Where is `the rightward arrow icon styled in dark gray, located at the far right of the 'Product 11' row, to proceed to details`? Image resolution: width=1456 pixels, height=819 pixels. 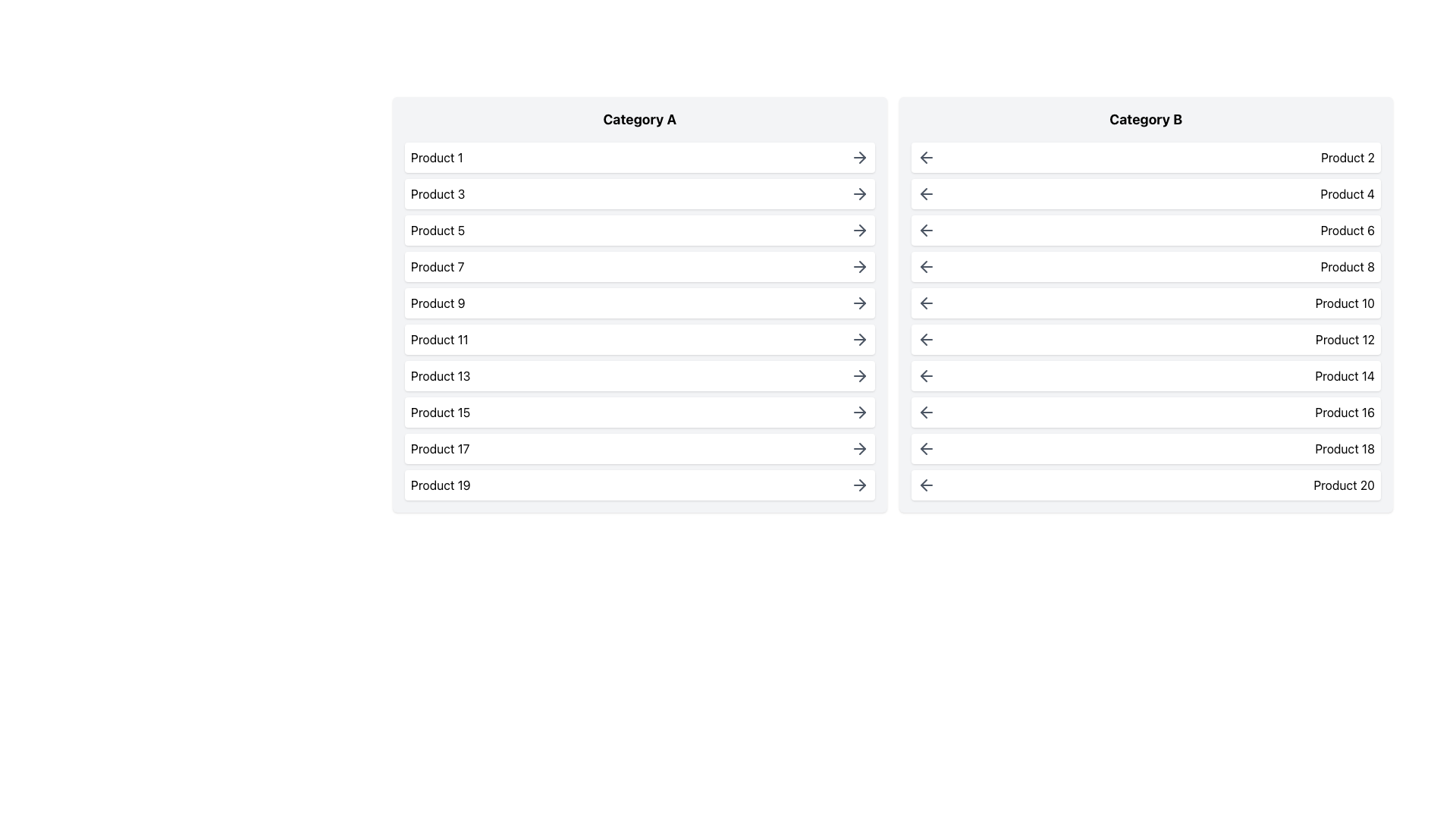
the rightward arrow icon styled in dark gray, located at the far right of the 'Product 11' row, to proceed to details is located at coordinates (859, 338).